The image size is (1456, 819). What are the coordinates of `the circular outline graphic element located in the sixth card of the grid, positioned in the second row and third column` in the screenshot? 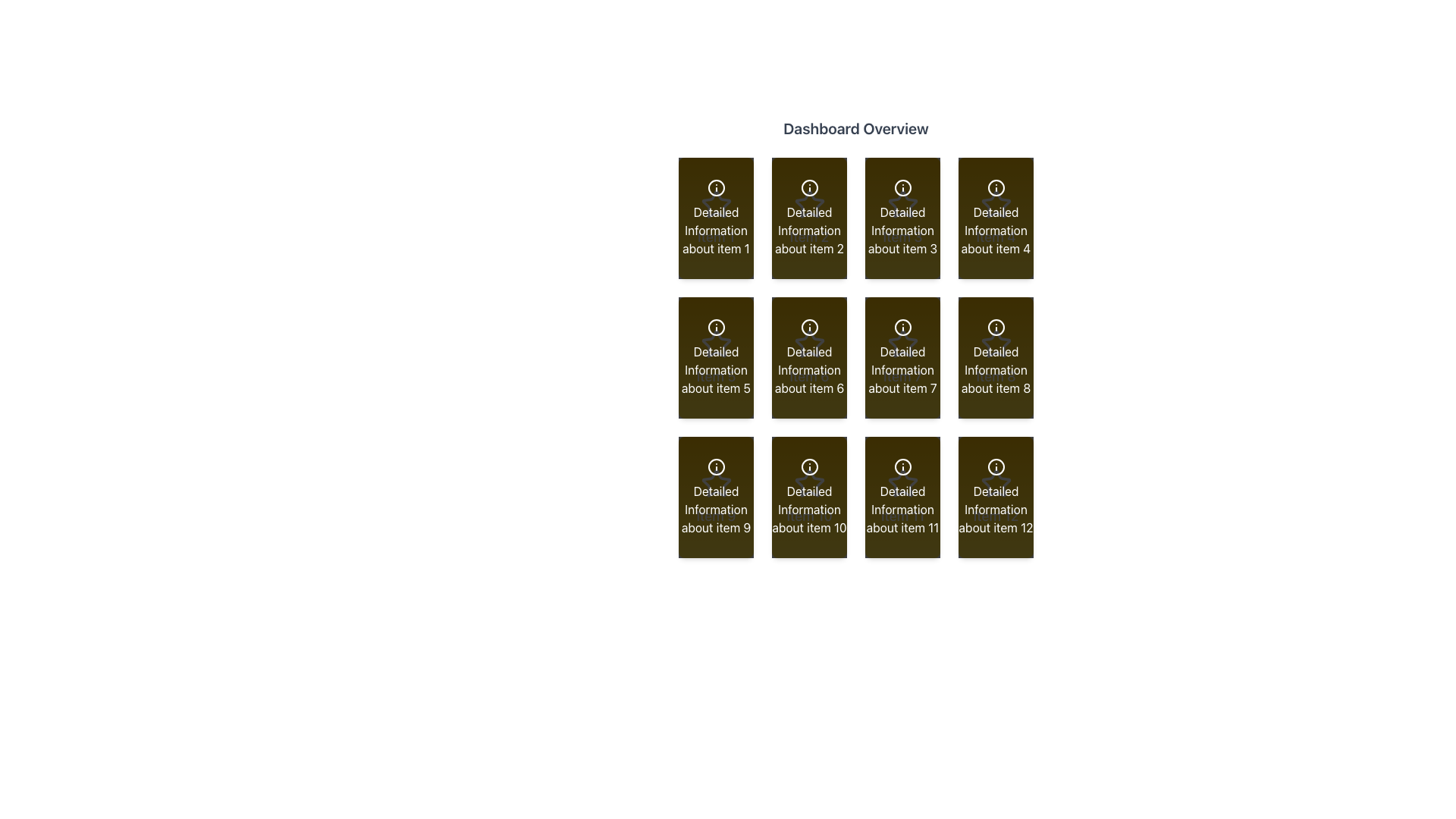 It's located at (808, 327).